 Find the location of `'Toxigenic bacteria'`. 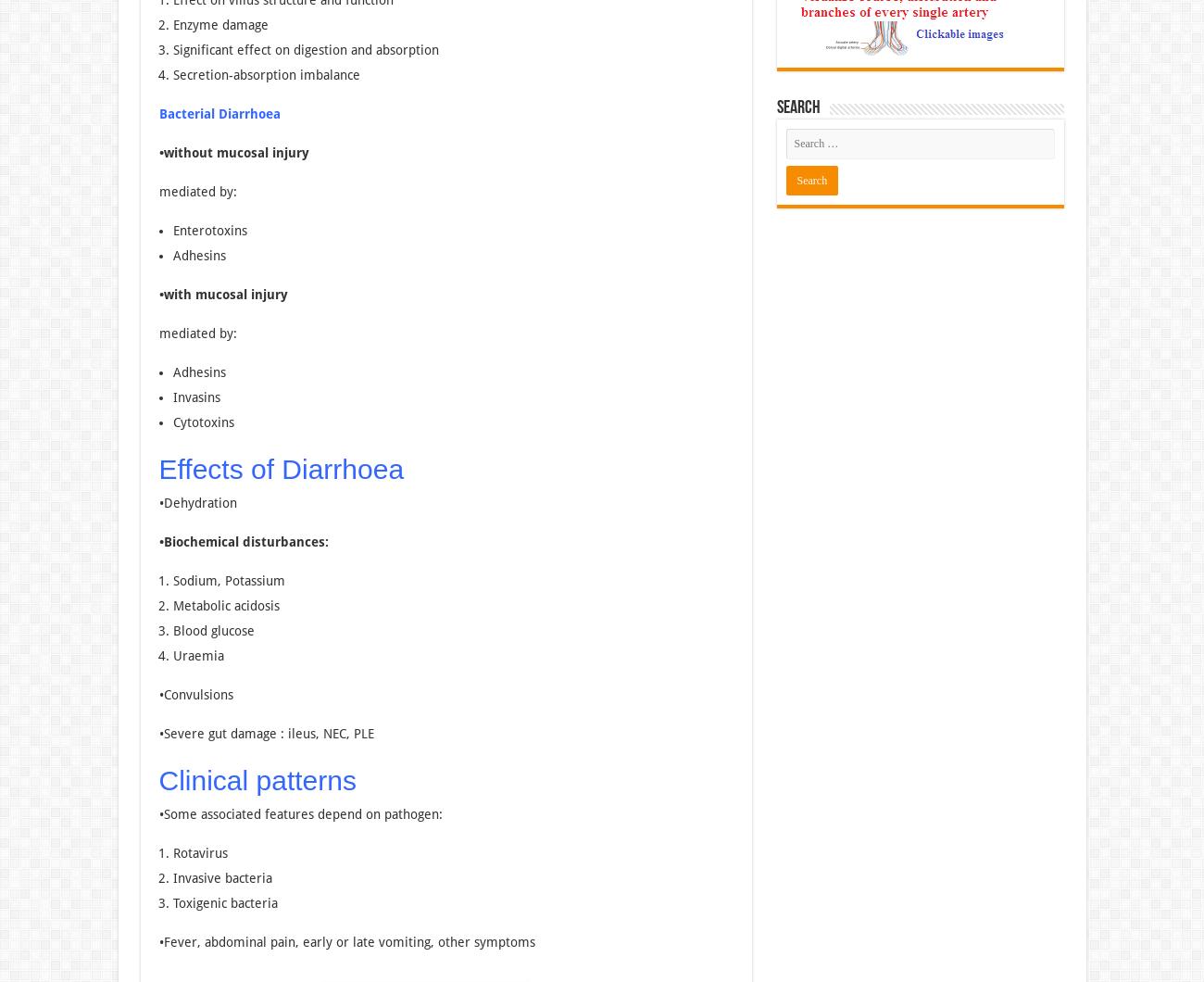

'Toxigenic bacteria' is located at coordinates (223, 901).